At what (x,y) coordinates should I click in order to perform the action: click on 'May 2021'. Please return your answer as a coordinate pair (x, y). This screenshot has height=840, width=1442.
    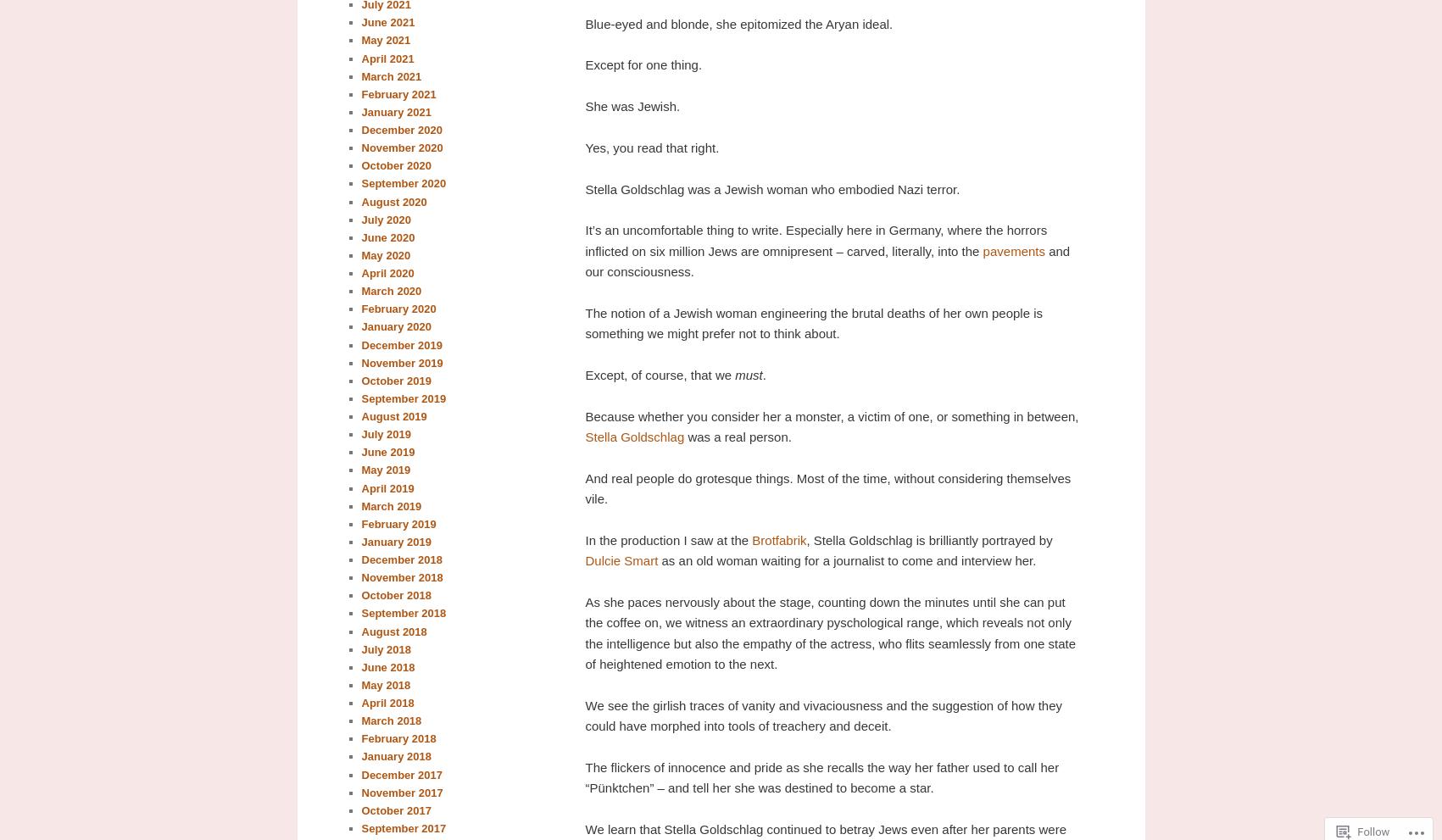
    Looking at the image, I should click on (385, 40).